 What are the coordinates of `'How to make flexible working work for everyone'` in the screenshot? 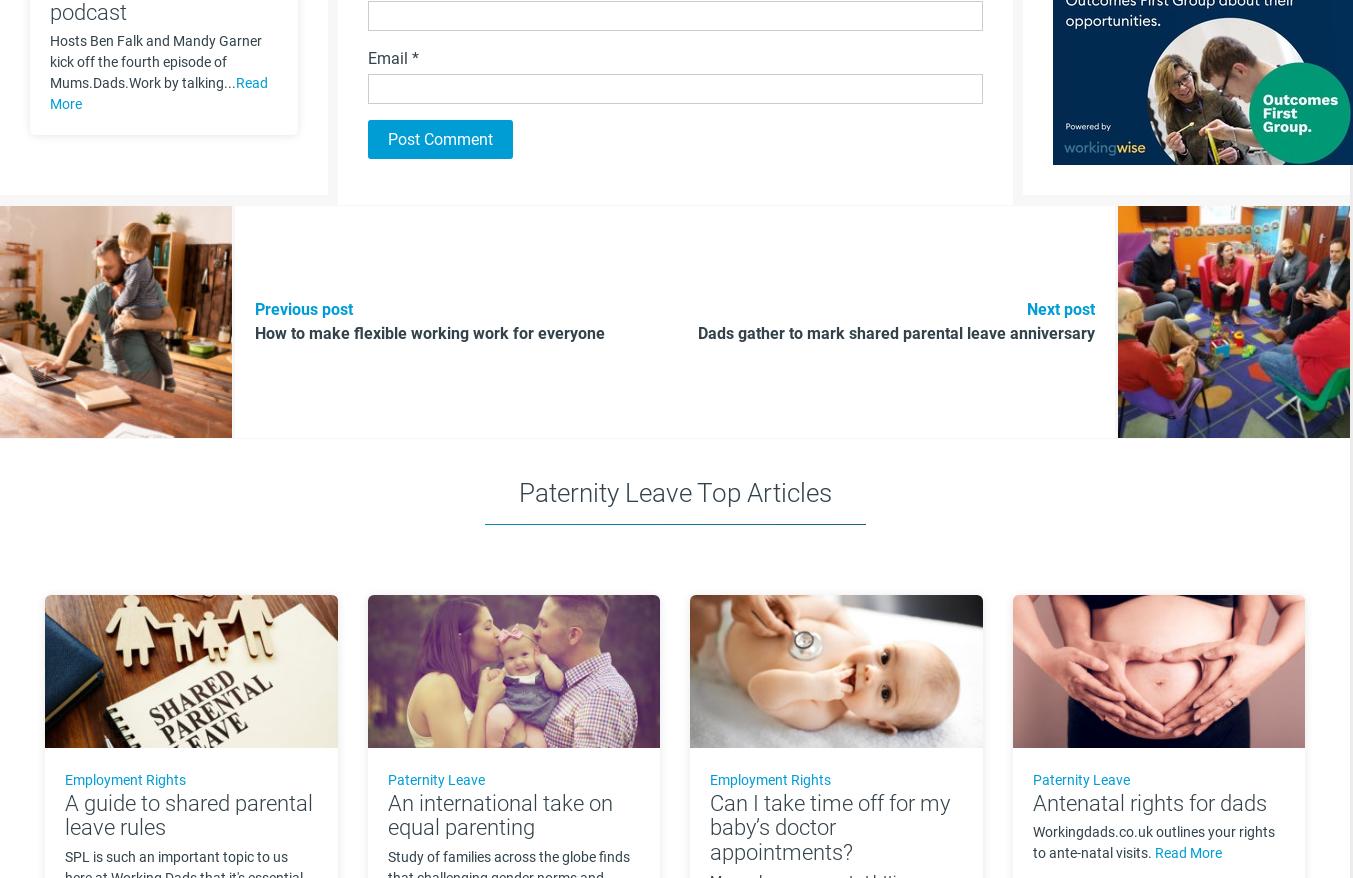 It's located at (429, 333).